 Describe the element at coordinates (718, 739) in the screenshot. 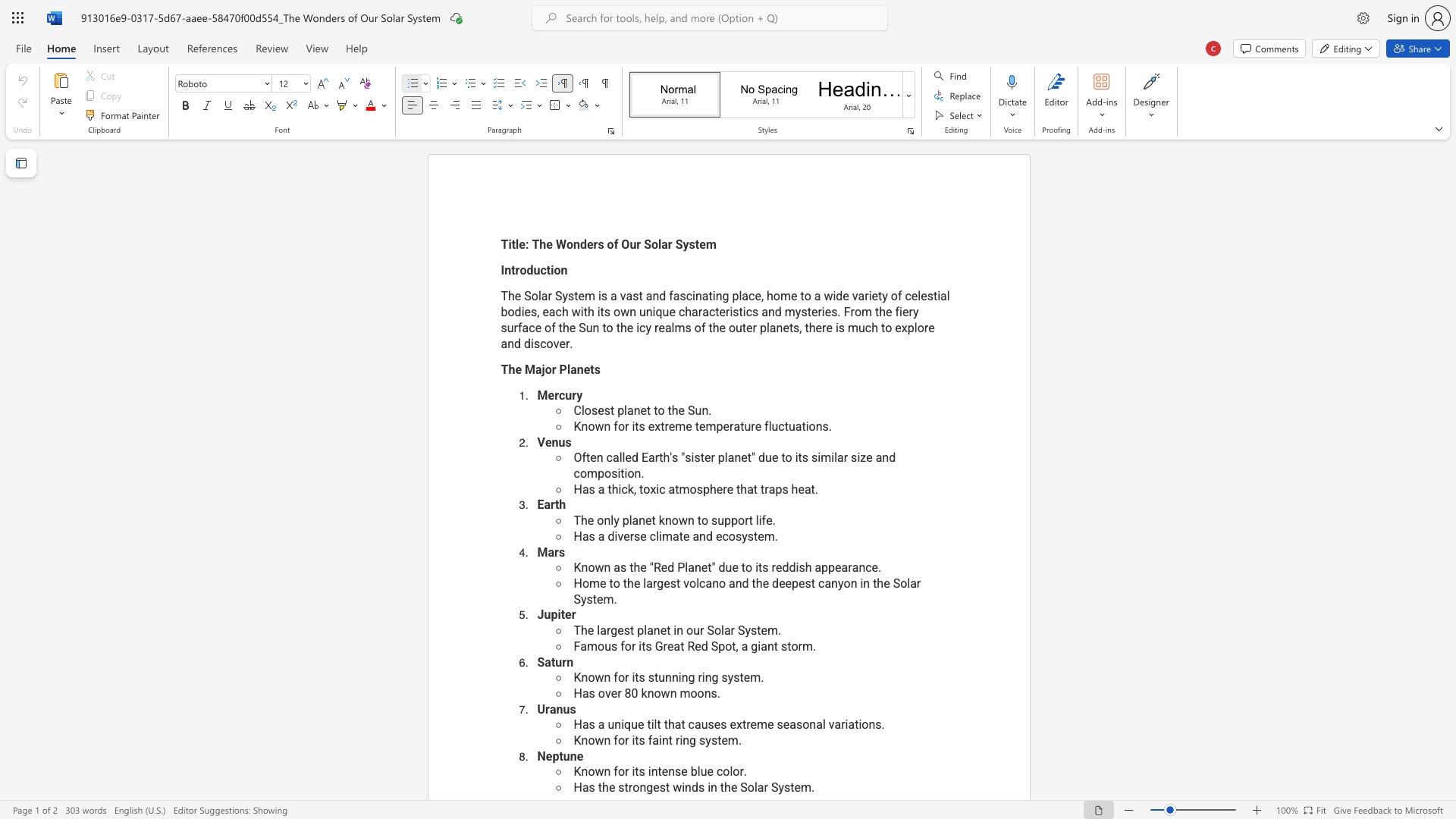

I see `the 3th character "t" in the text` at that location.